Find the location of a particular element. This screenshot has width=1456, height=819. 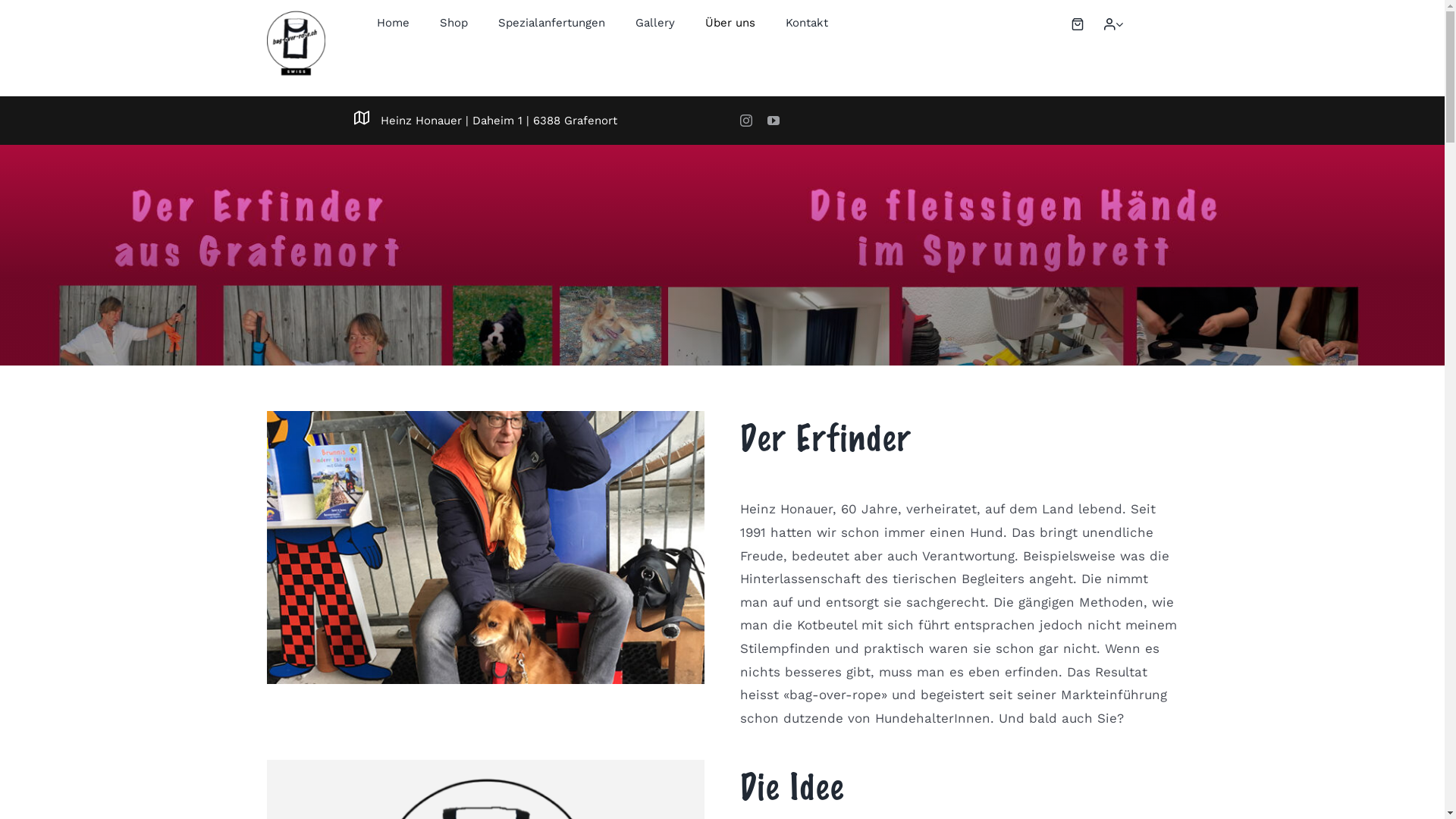

'Kontakt' is located at coordinates (806, 23).